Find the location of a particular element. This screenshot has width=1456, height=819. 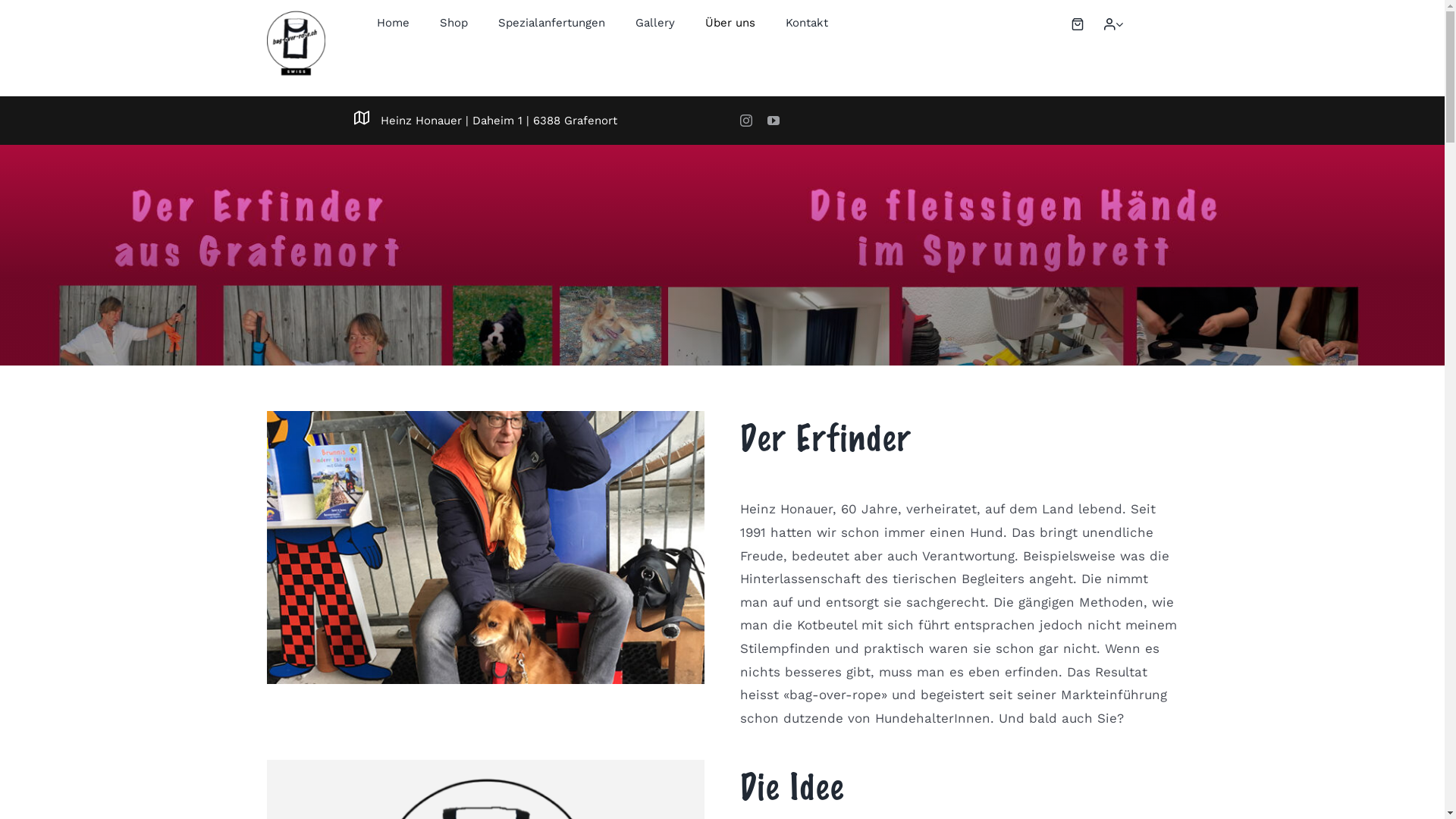

'Kontakt' is located at coordinates (806, 23).